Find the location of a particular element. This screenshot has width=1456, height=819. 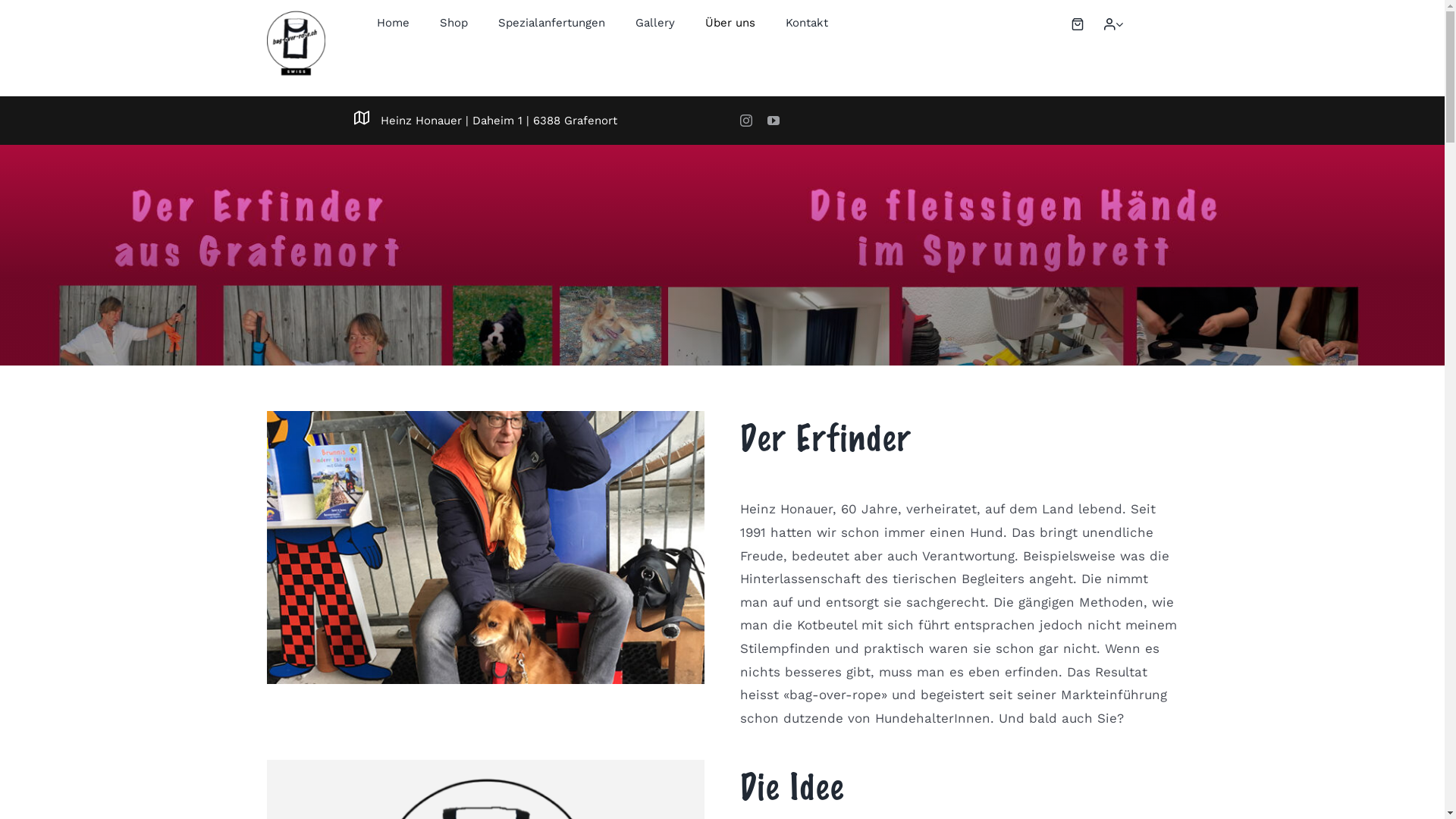

'Kontakt' is located at coordinates (806, 23).